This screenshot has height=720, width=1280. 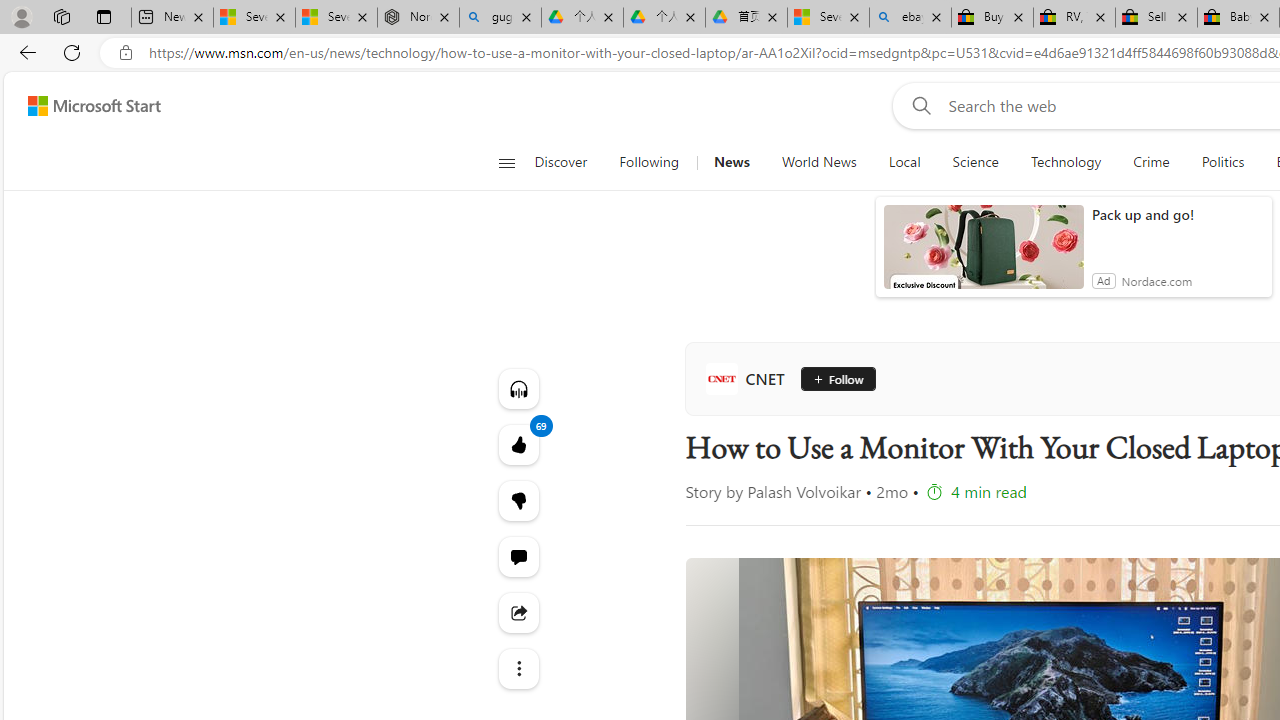 What do you see at coordinates (748, 379) in the screenshot?
I see `'CNET'` at bounding box center [748, 379].